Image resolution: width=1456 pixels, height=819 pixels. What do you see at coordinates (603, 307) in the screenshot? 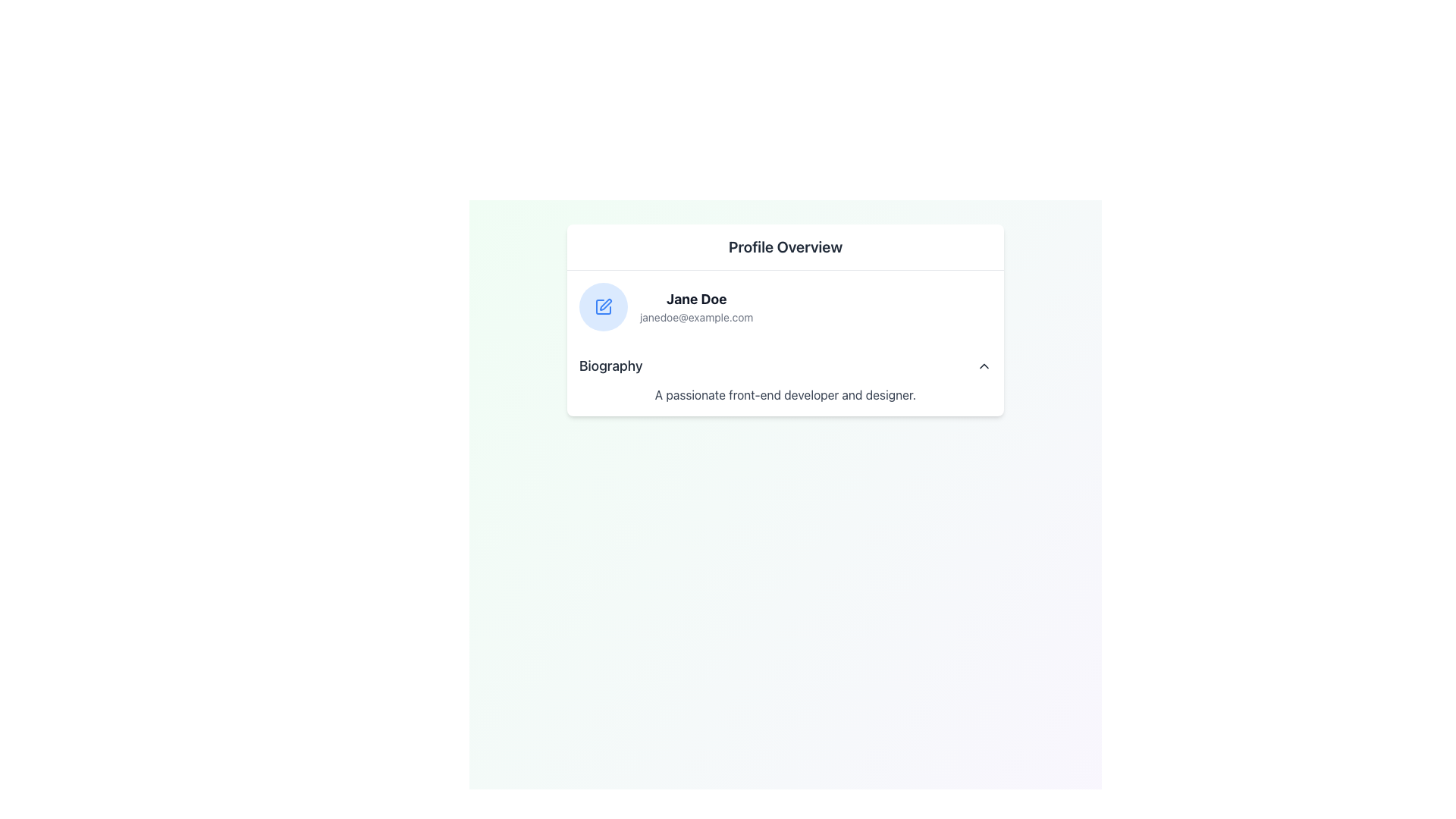
I see `the profile picture or editing icon located in the top left of the Profile Overview section` at bounding box center [603, 307].